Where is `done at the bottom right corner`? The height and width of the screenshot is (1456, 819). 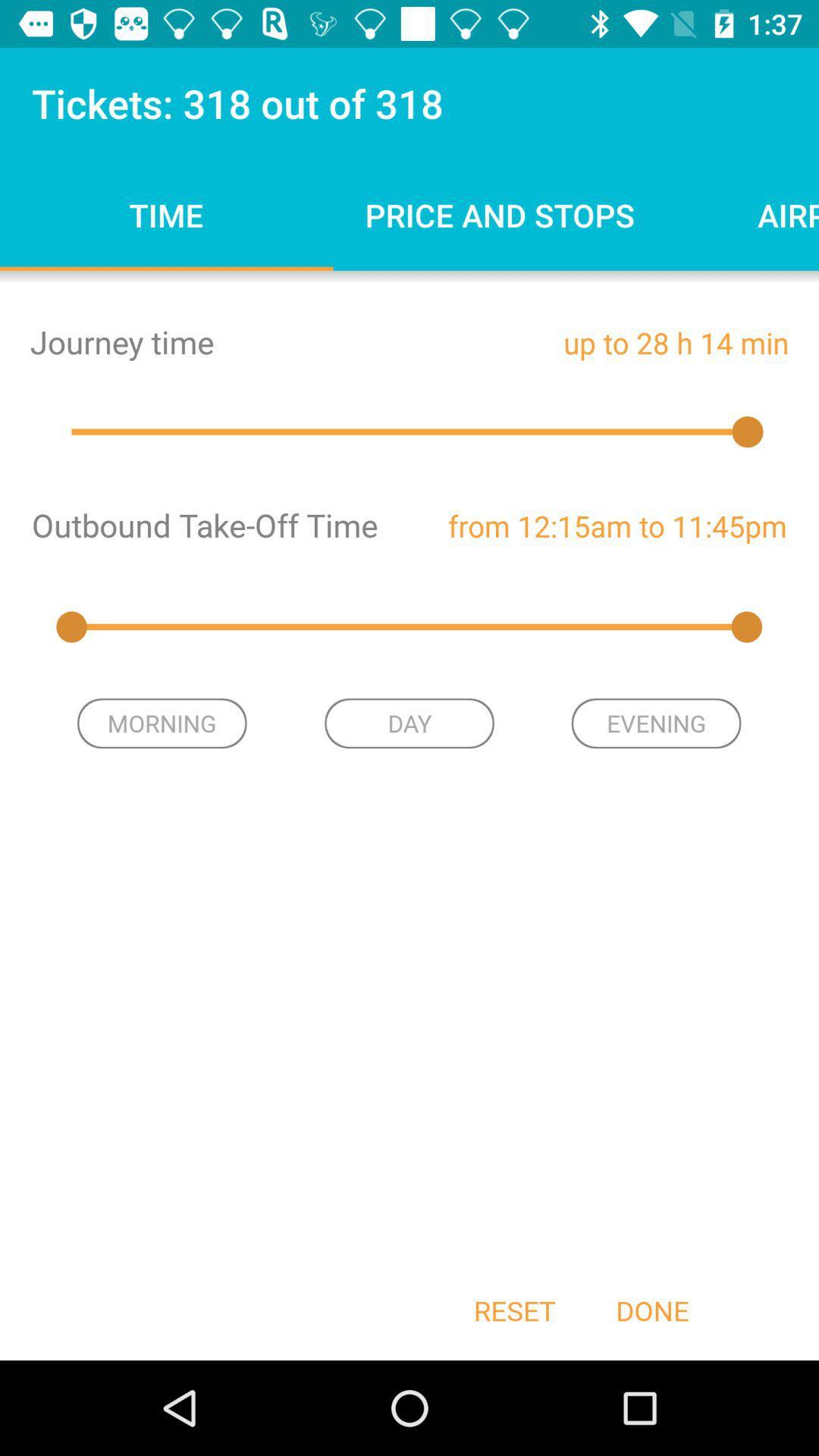 done at the bottom right corner is located at coordinates (651, 1310).